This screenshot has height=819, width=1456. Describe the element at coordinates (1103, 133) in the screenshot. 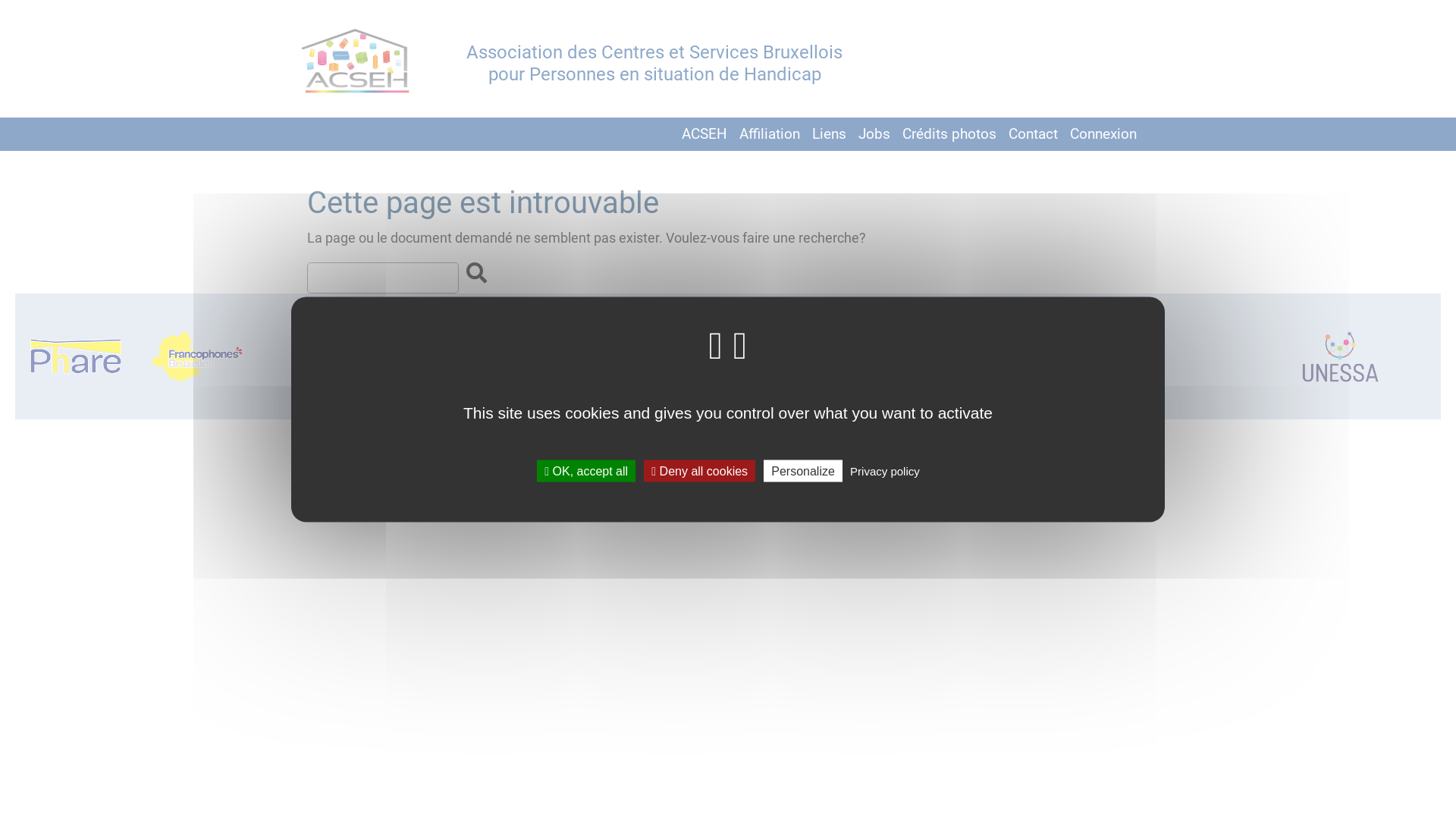

I see `'Connexion'` at that location.